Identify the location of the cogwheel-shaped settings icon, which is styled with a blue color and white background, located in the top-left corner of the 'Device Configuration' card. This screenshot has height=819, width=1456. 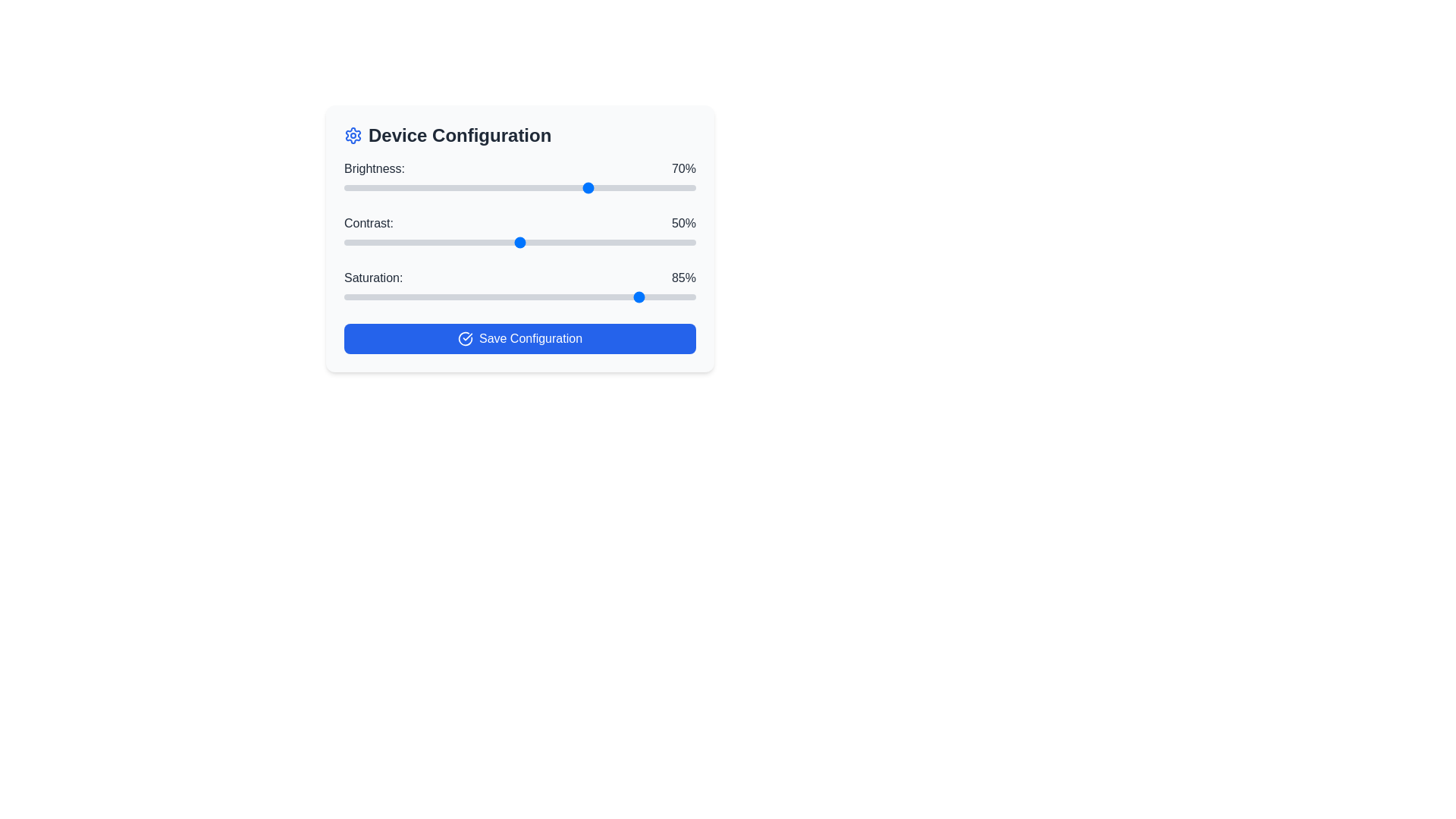
(352, 134).